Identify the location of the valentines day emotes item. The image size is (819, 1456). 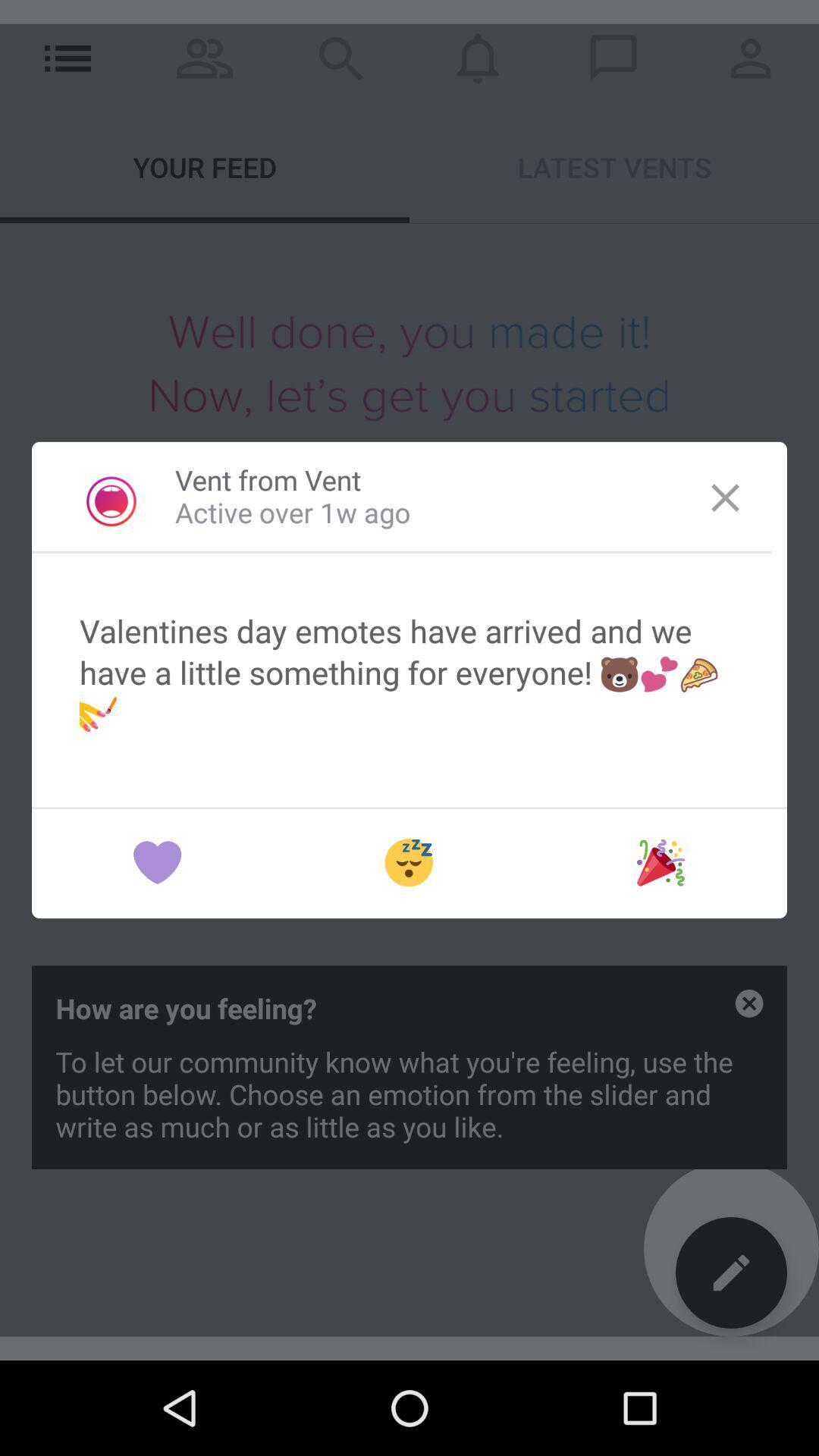
(409, 671).